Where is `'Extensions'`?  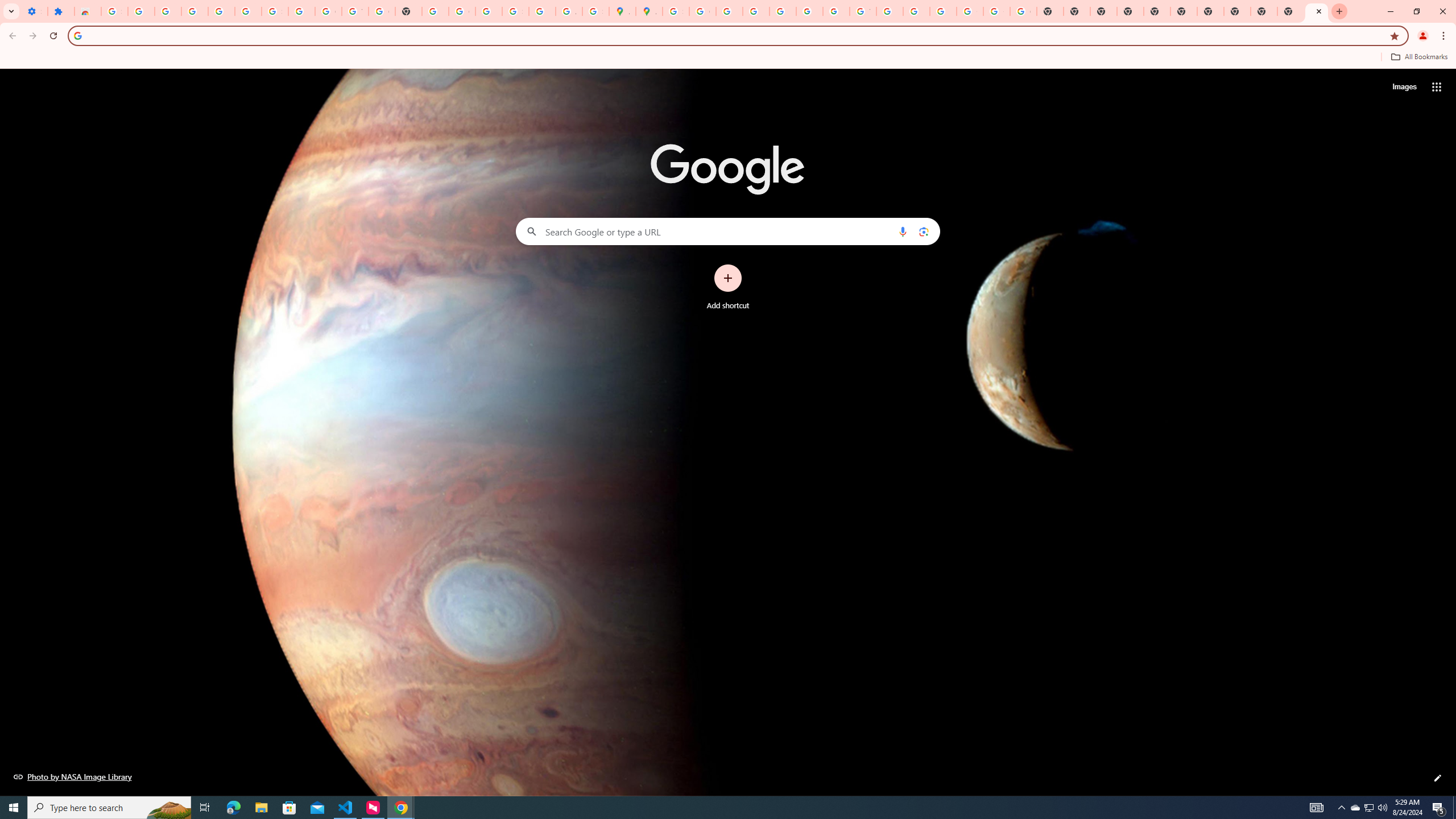 'Extensions' is located at coordinates (60, 11).